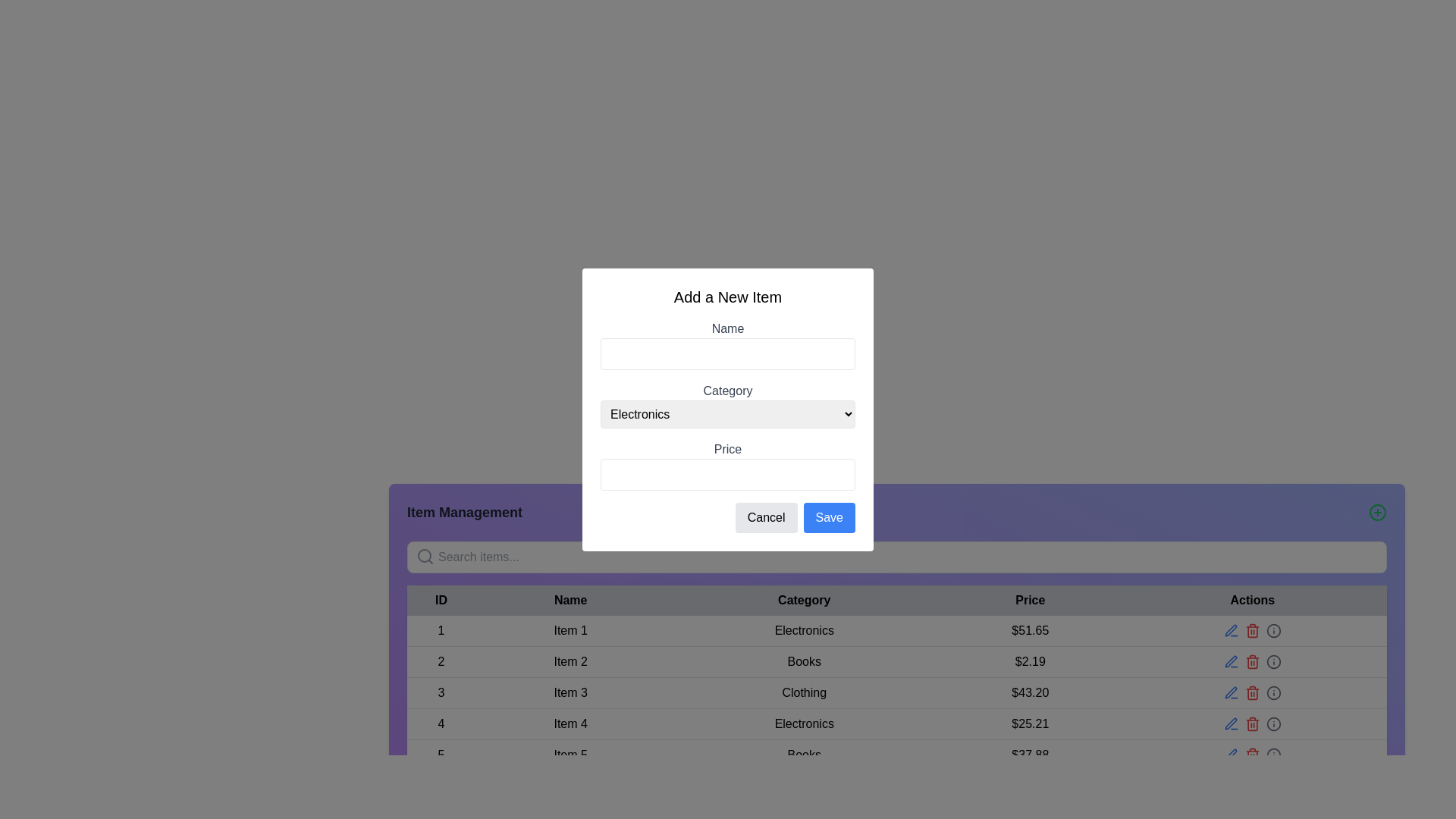 This screenshot has width=1456, height=819. I want to click on the Trash Can icon in the Actions column of the data table to change its color, so click(1252, 631).